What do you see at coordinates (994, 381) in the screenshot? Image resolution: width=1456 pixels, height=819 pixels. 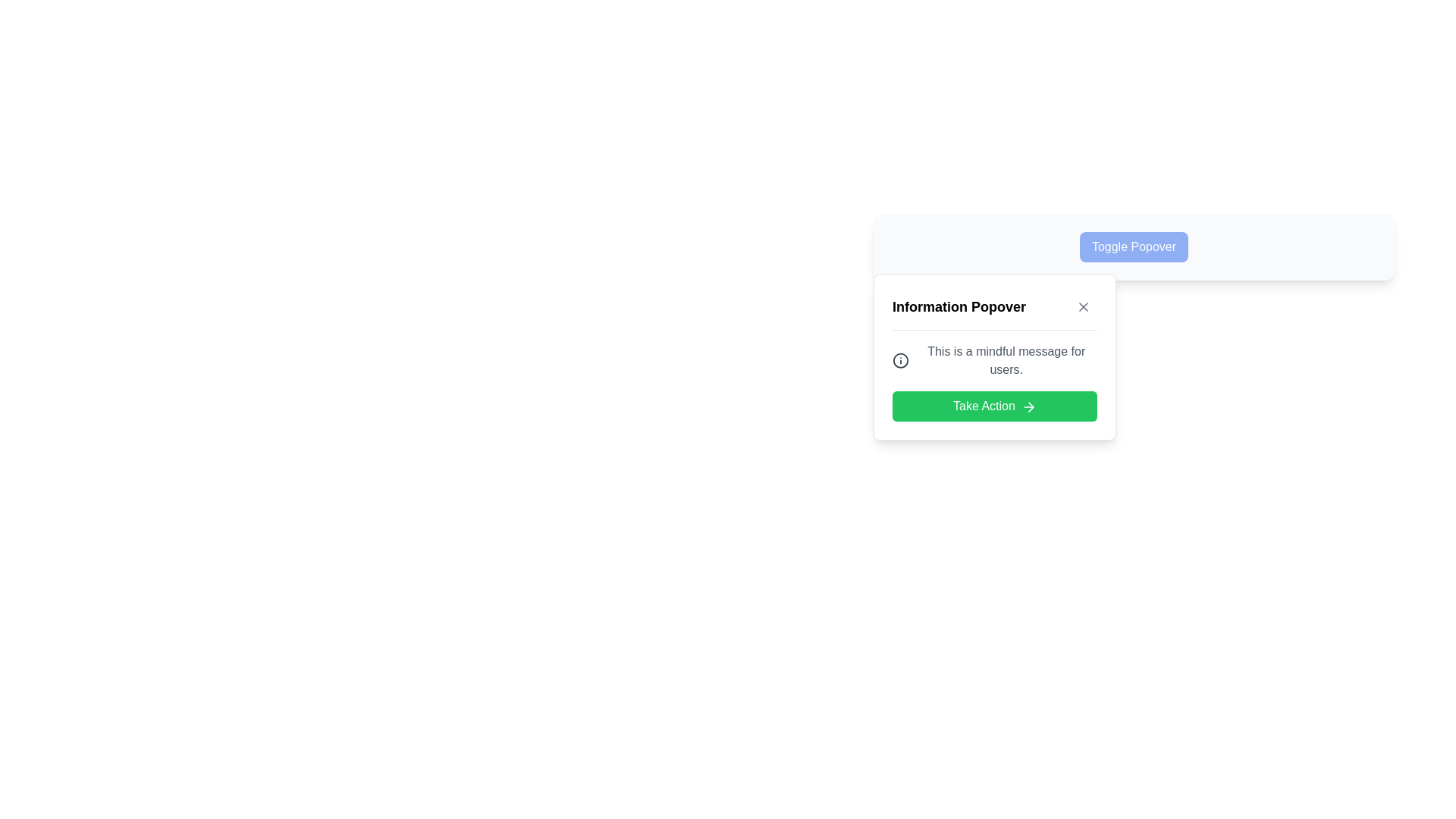 I see `the interactive informational component with a button located inside the 'Information Popover' to trigger tooltip or style changes` at bounding box center [994, 381].